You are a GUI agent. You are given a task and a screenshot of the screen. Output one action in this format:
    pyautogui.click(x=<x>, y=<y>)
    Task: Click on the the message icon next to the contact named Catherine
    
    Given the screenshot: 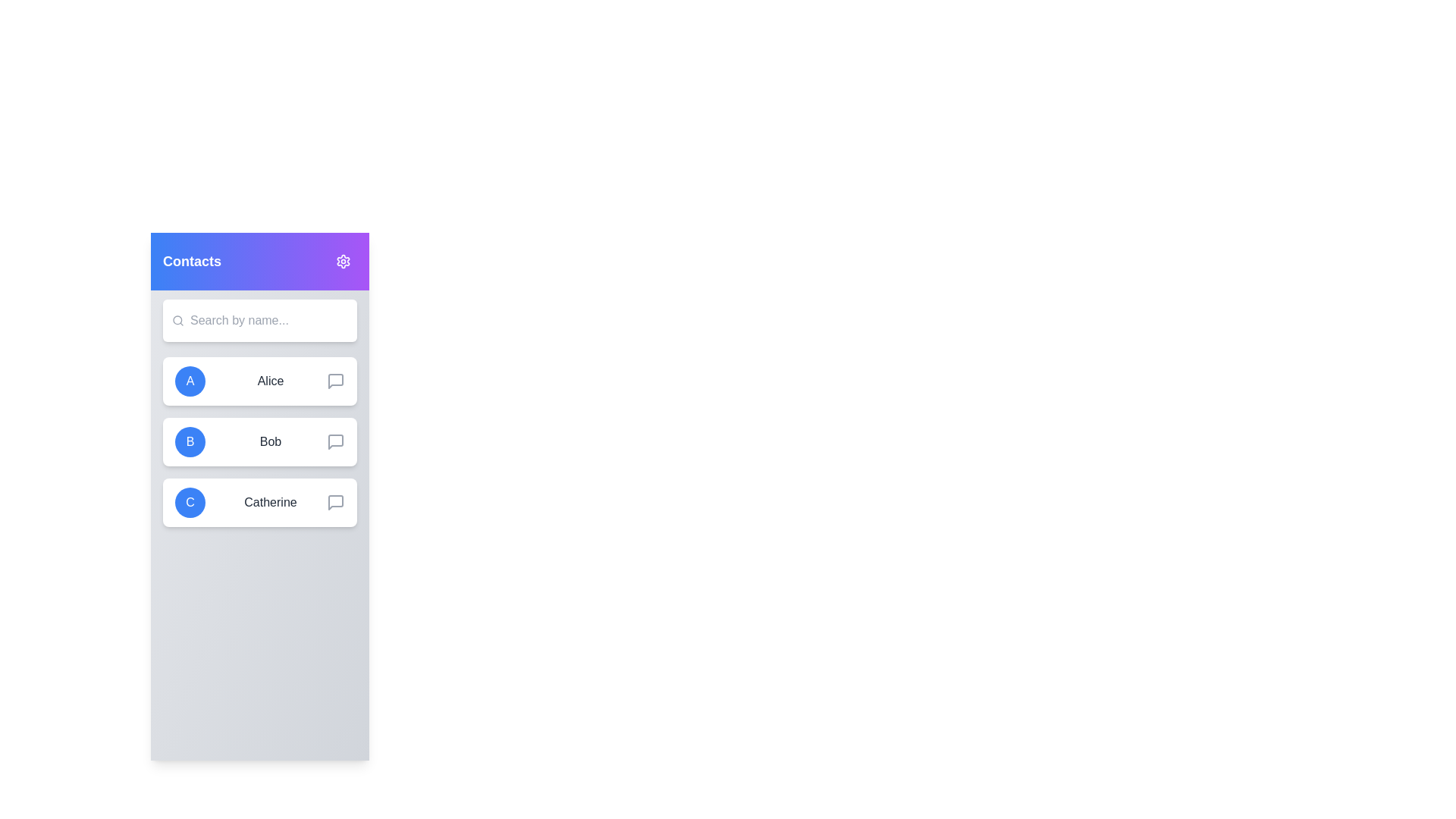 What is the action you would take?
    pyautogui.click(x=334, y=503)
    